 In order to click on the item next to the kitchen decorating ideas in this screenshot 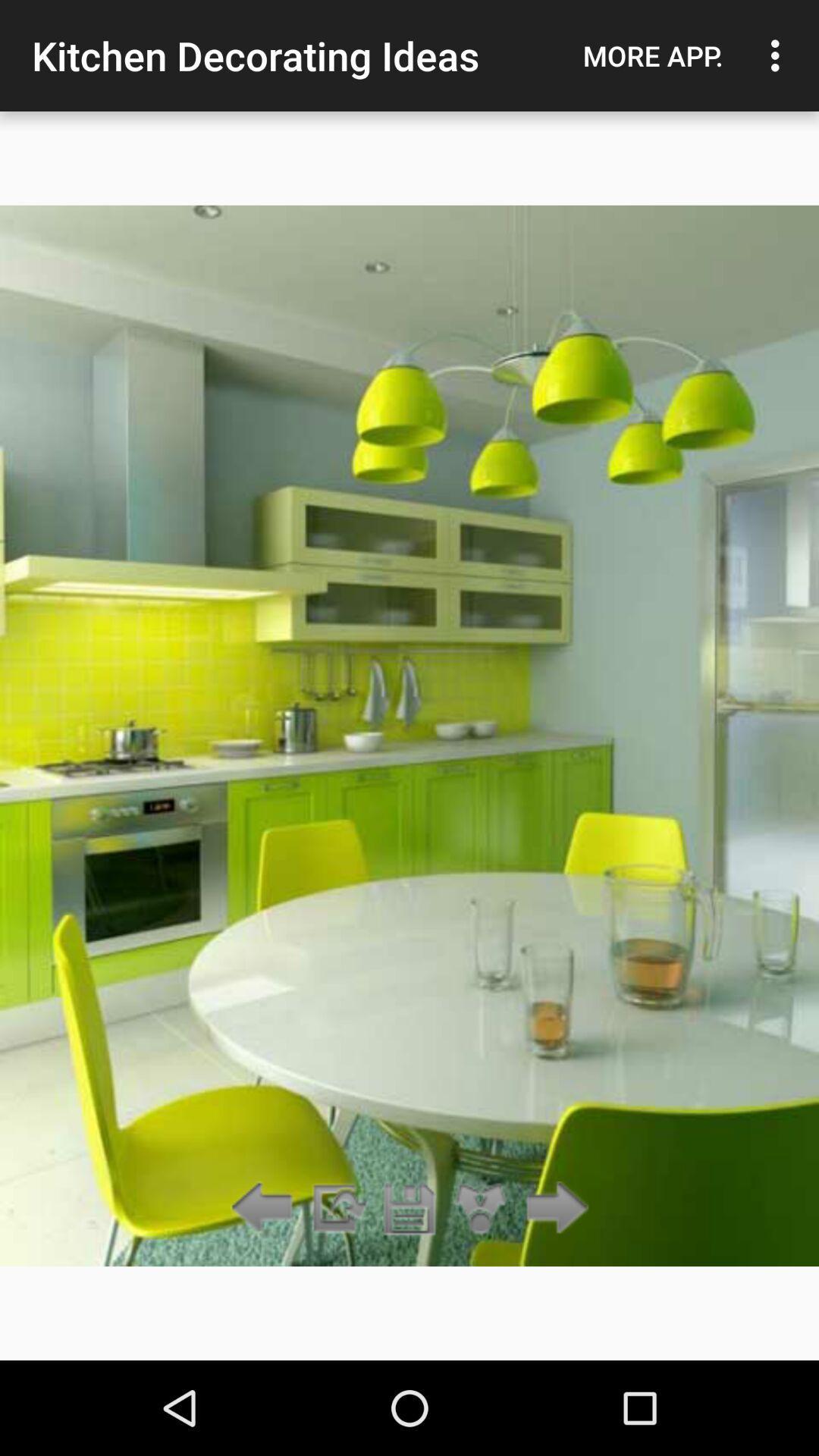, I will do `click(652, 55)`.